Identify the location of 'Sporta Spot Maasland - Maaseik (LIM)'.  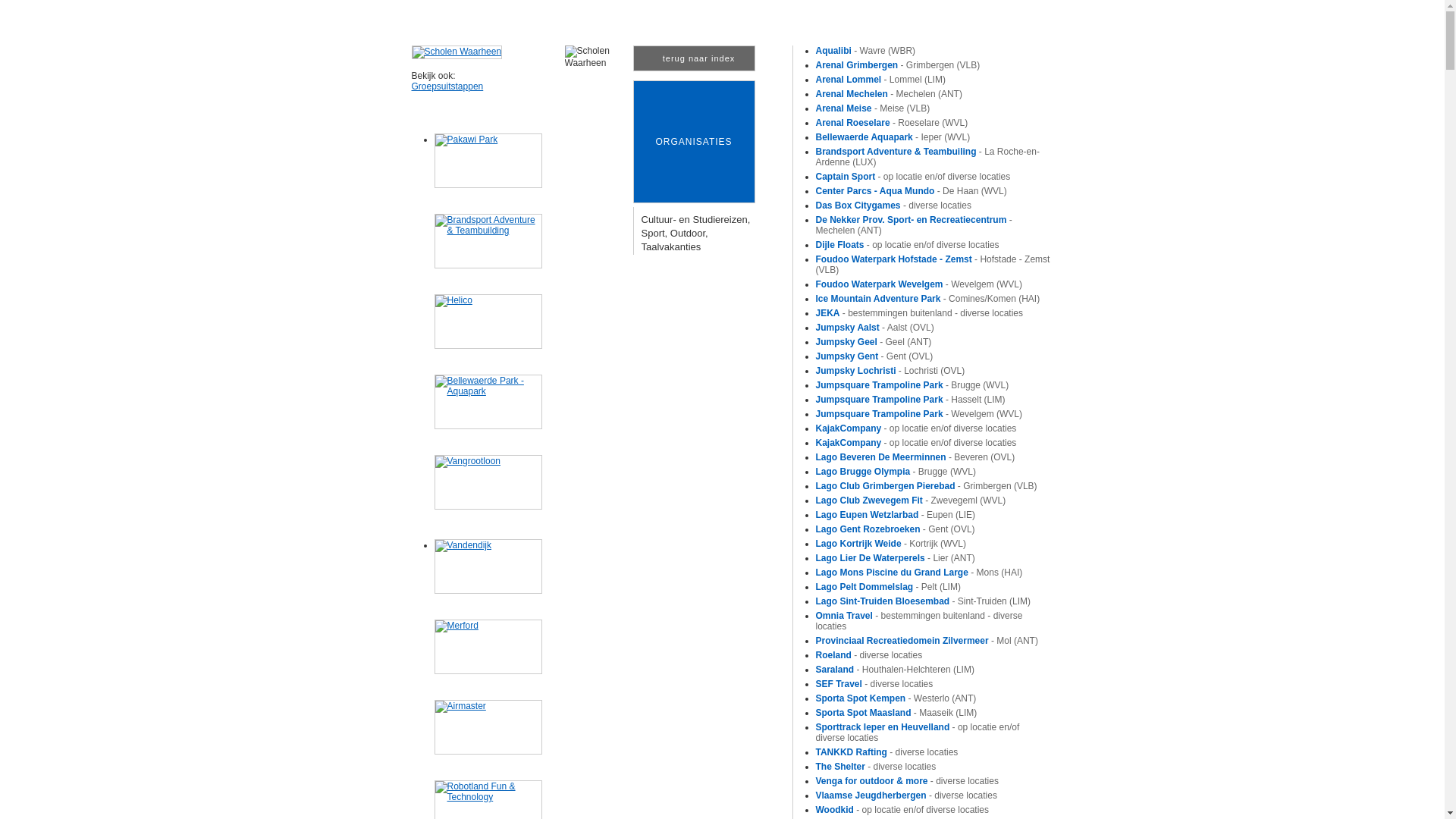
(896, 713).